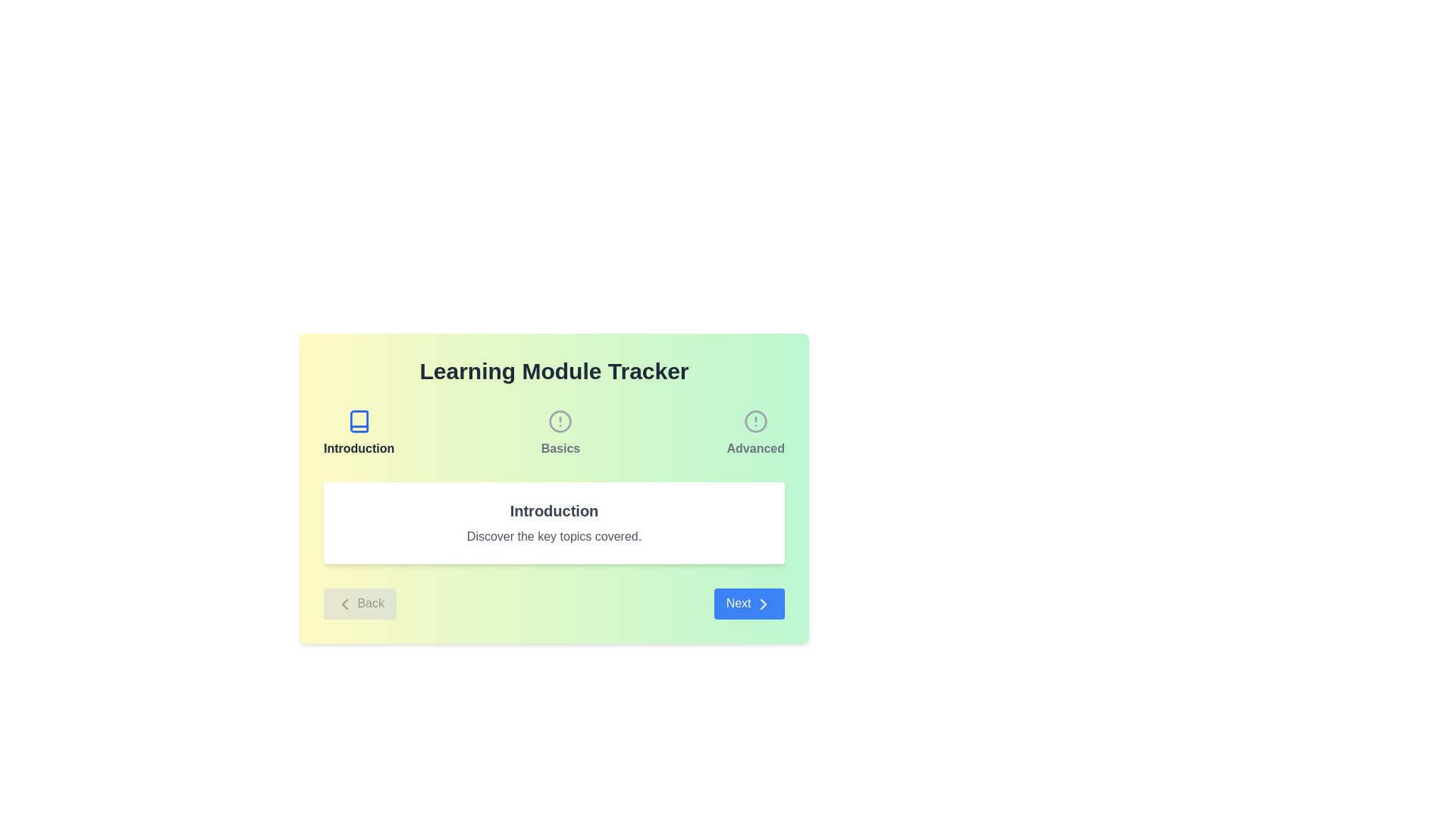  Describe the element at coordinates (344, 602) in the screenshot. I see `the backward navigation icon within the 'Back' button located at the lower-left corner of the card interface` at that location.